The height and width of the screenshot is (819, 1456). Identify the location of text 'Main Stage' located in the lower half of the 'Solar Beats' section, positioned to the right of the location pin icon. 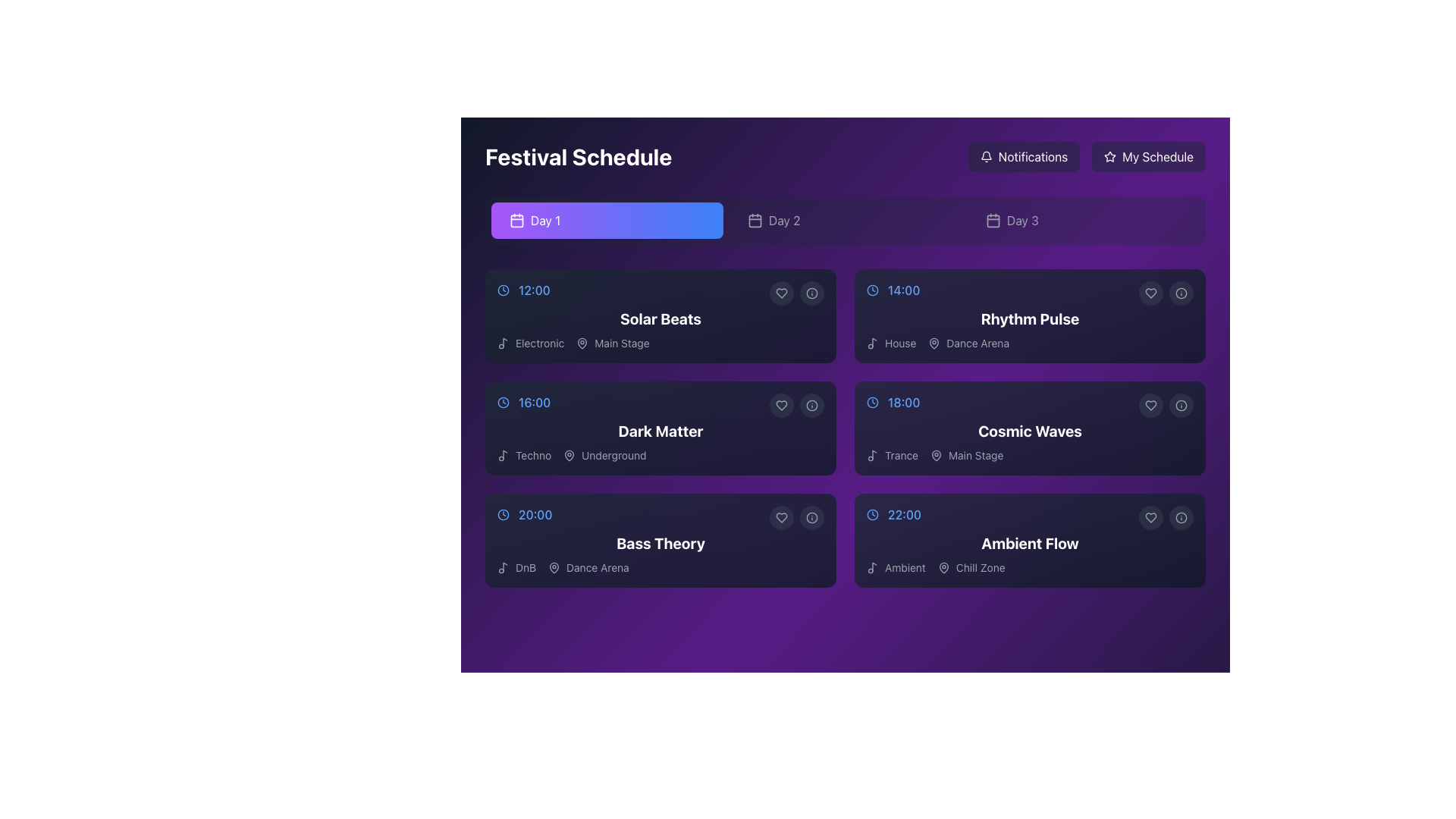
(613, 343).